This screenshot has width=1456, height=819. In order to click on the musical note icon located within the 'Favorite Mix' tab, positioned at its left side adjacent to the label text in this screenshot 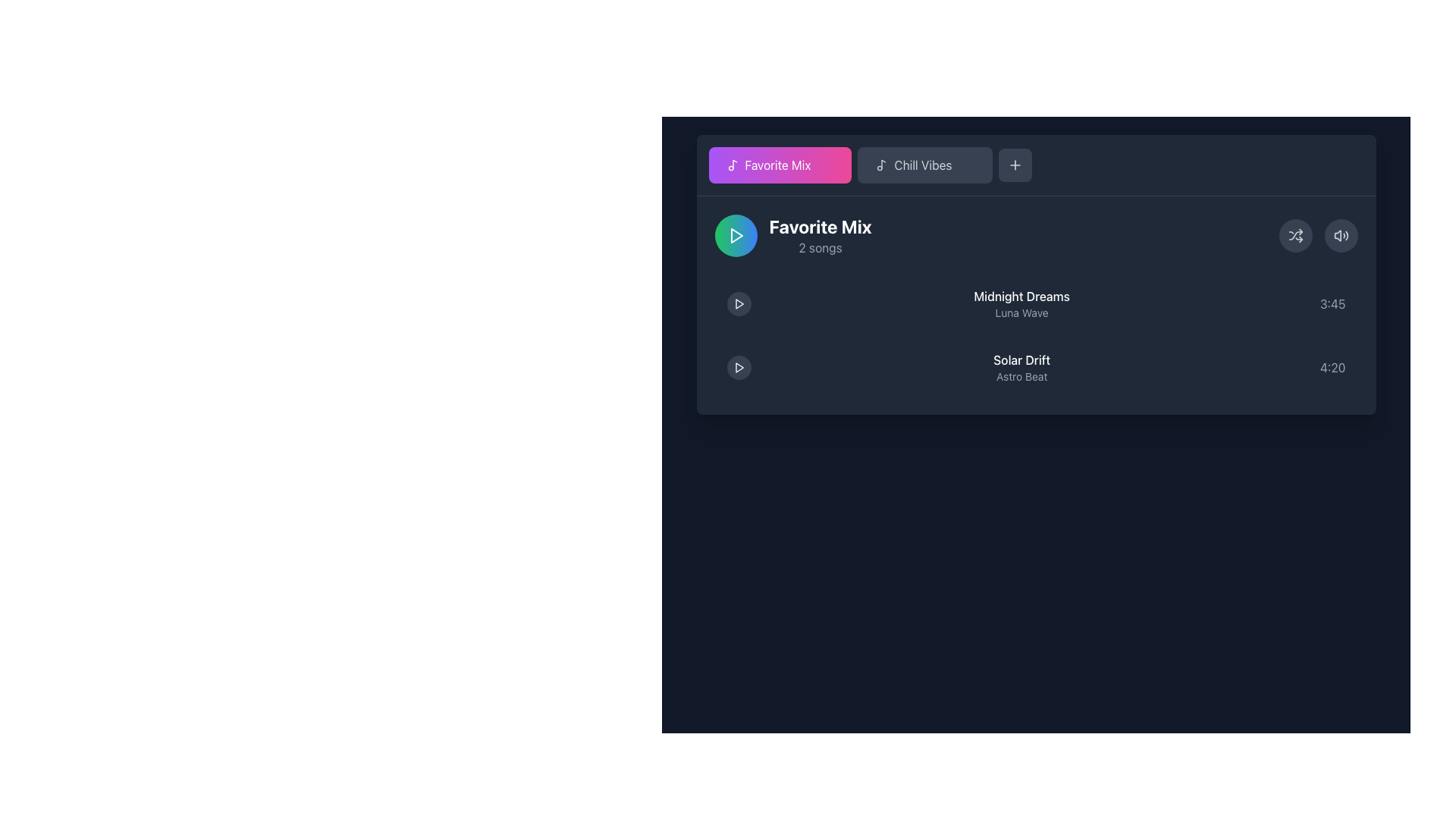, I will do `click(733, 165)`.